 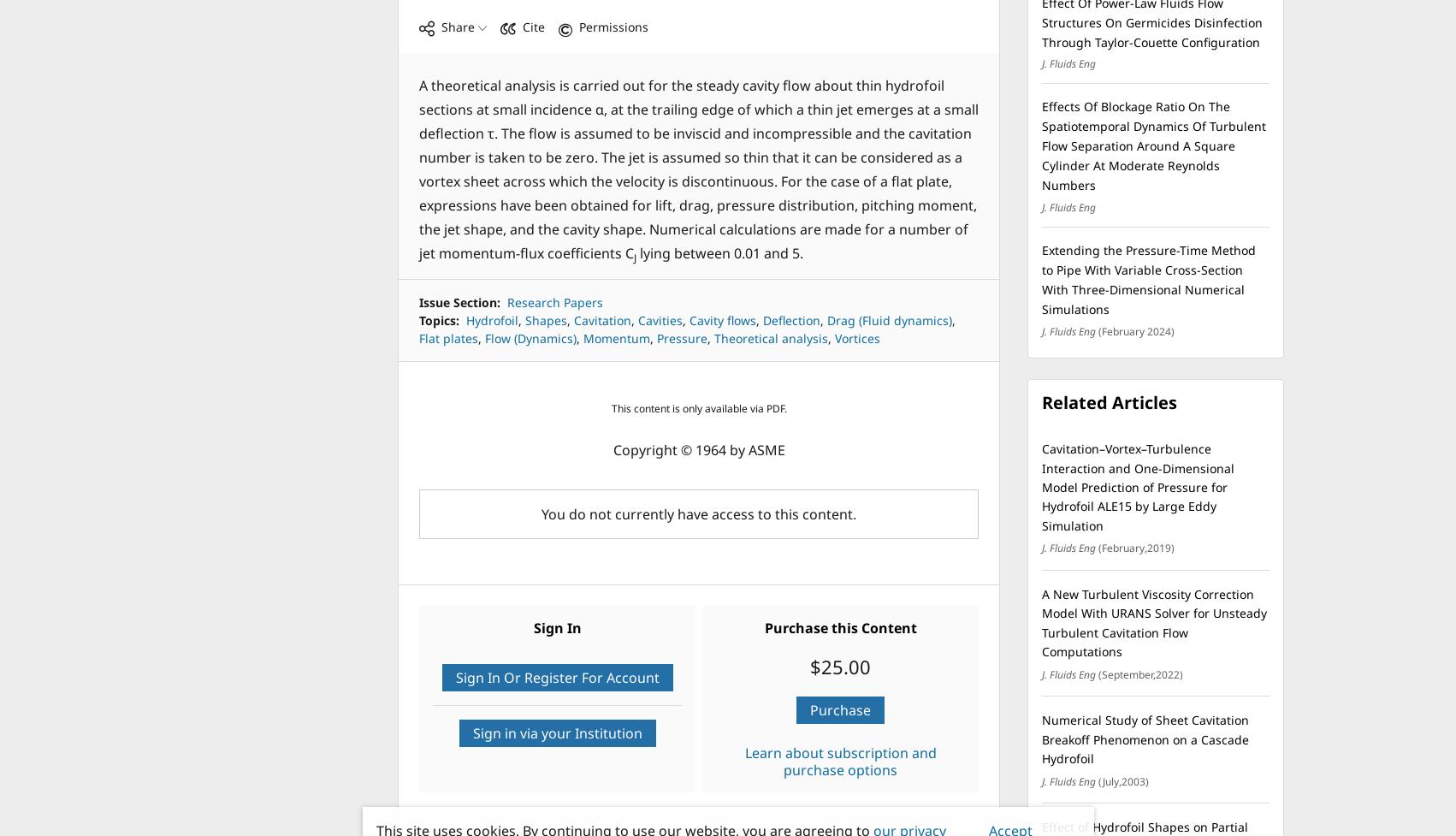 I want to click on 'Share', so click(x=457, y=26).